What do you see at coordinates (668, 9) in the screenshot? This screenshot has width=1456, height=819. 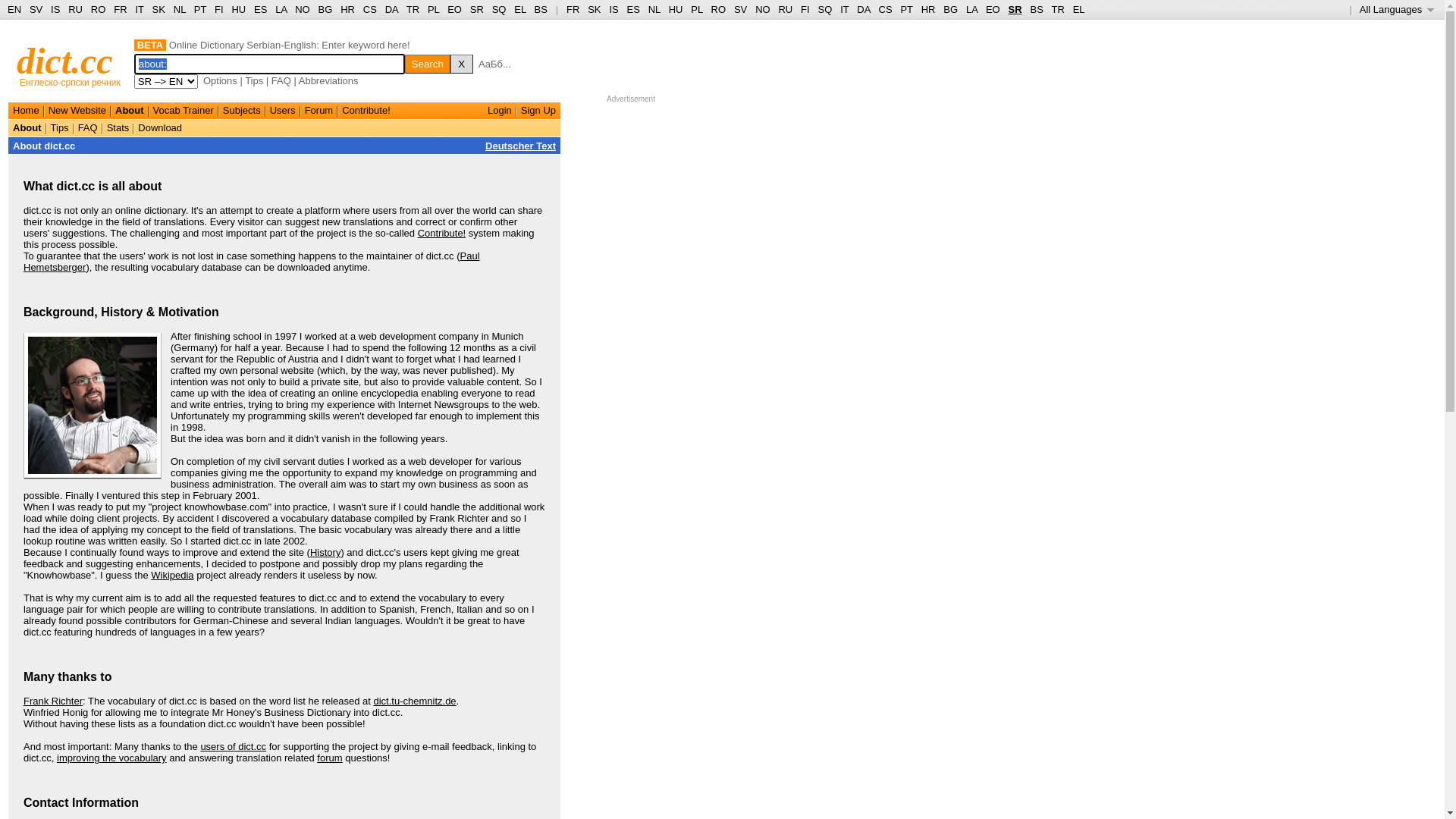 I see `'HU'` at bounding box center [668, 9].